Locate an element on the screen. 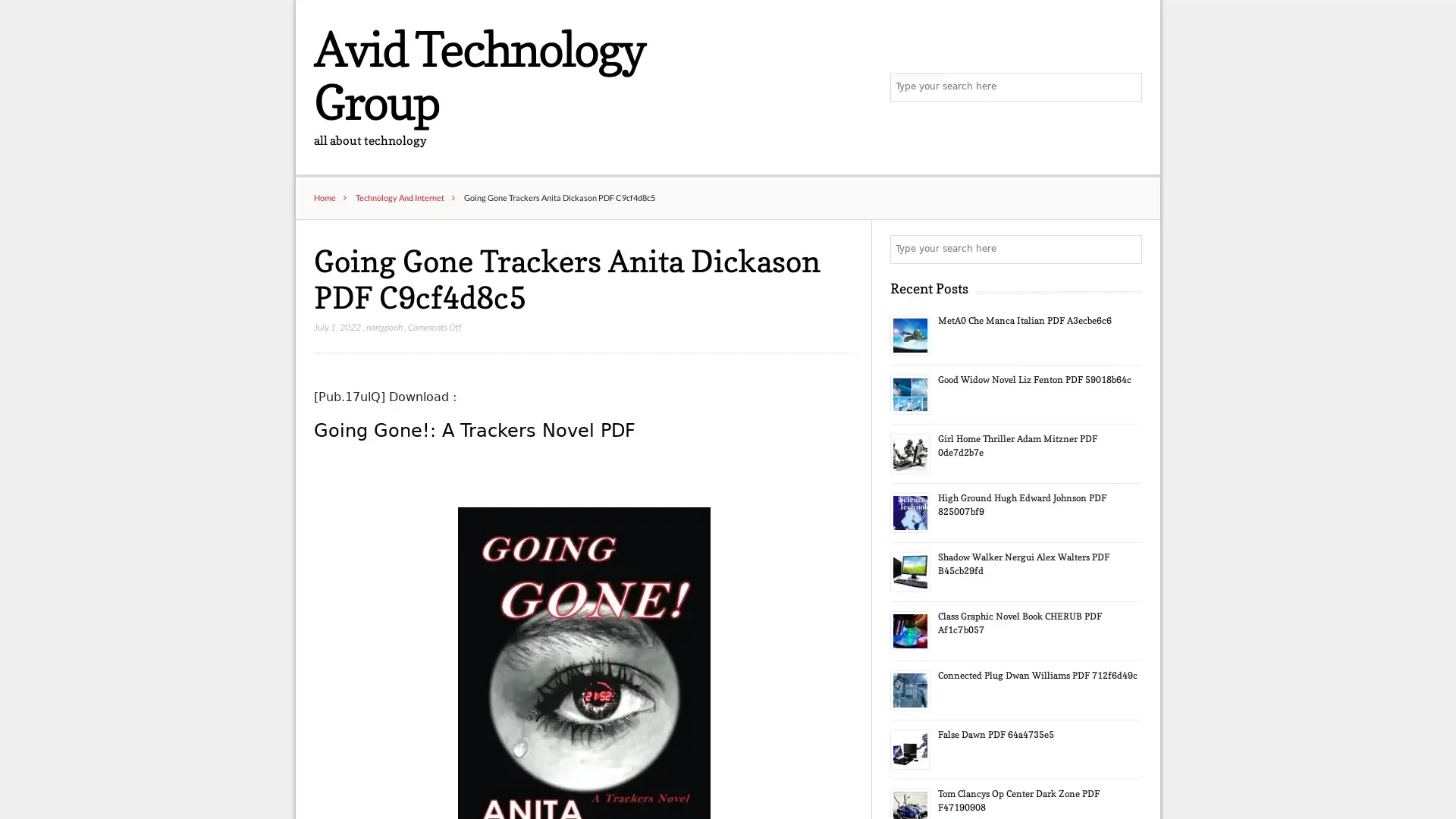  Search is located at coordinates (1126, 249).